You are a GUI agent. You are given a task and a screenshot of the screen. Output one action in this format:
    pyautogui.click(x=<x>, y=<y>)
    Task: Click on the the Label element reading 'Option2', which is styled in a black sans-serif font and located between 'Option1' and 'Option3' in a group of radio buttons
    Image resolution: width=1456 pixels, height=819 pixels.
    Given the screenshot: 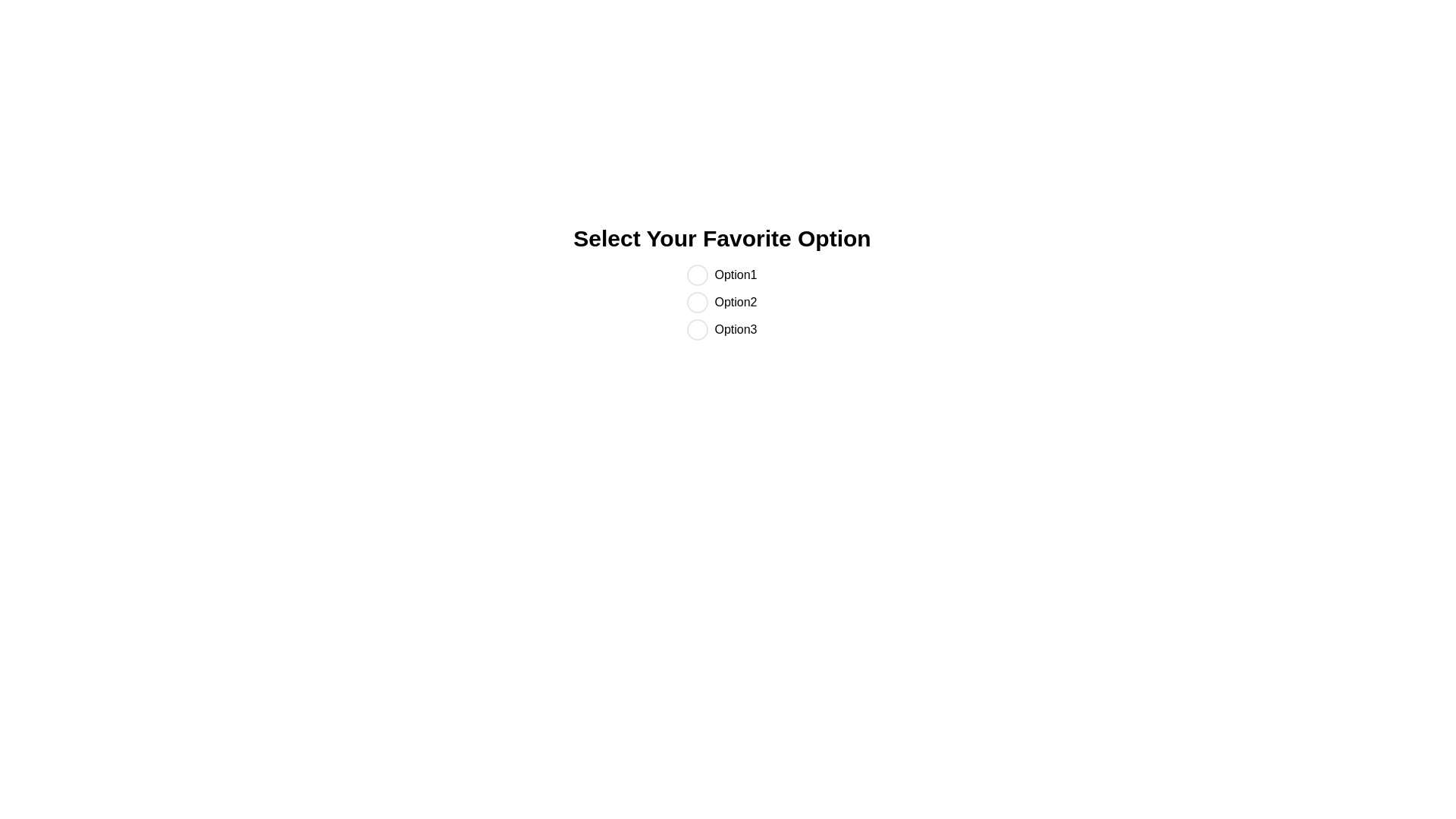 What is the action you would take?
    pyautogui.click(x=736, y=302)
    